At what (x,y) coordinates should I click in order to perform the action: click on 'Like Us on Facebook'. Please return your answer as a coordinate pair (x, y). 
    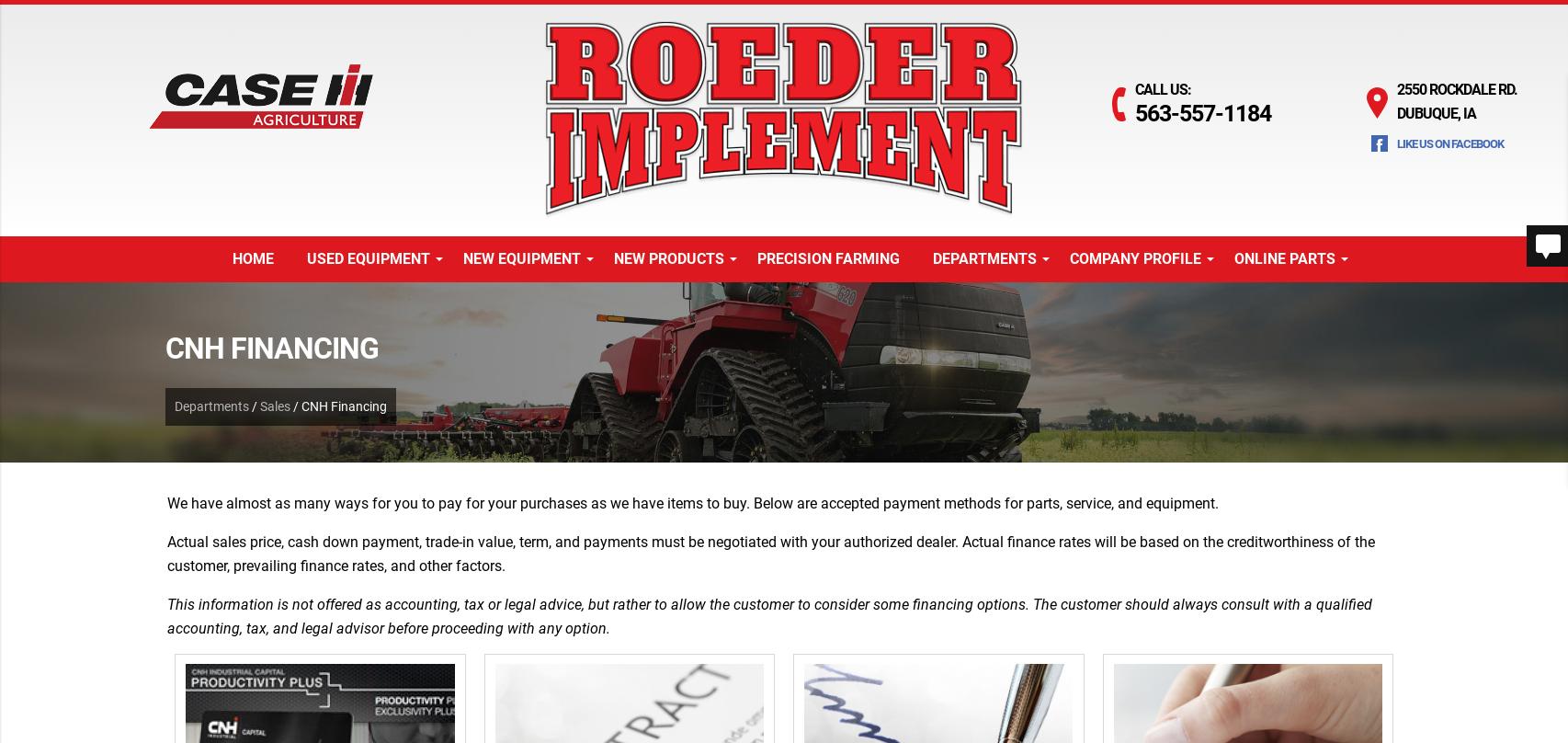
    Looking at the image, I should click on (1449, 143).